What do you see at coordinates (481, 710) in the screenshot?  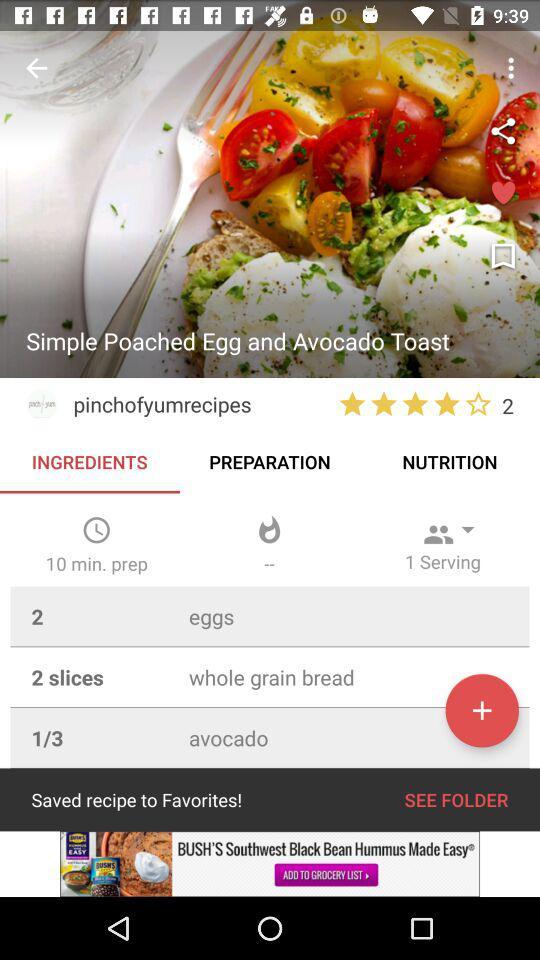 I see `a recipe` at bounding box center [481, 710].